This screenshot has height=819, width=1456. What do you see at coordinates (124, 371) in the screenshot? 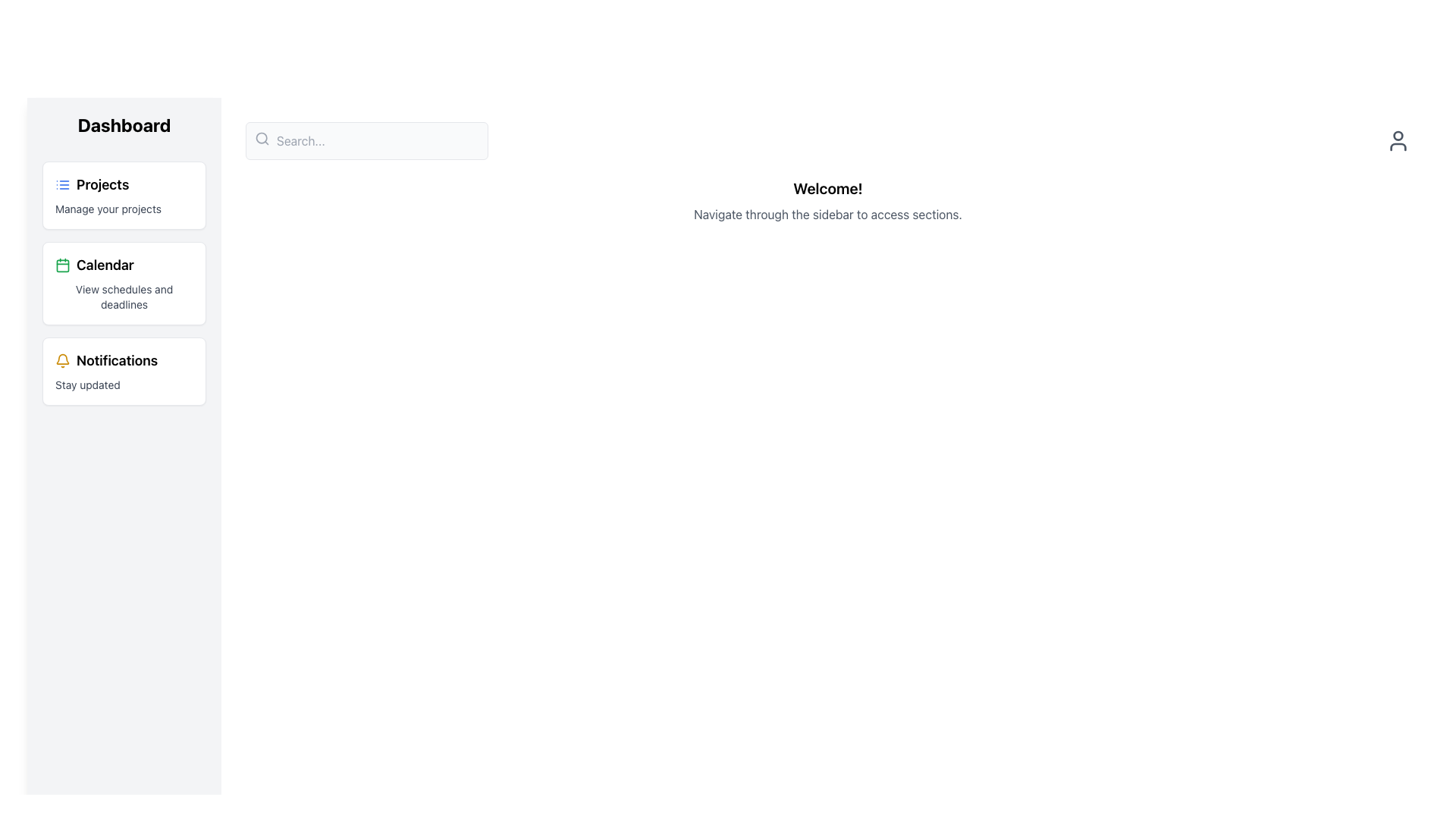
I see `the Notifications card in the sidebar` at bounding box center [124, 371].